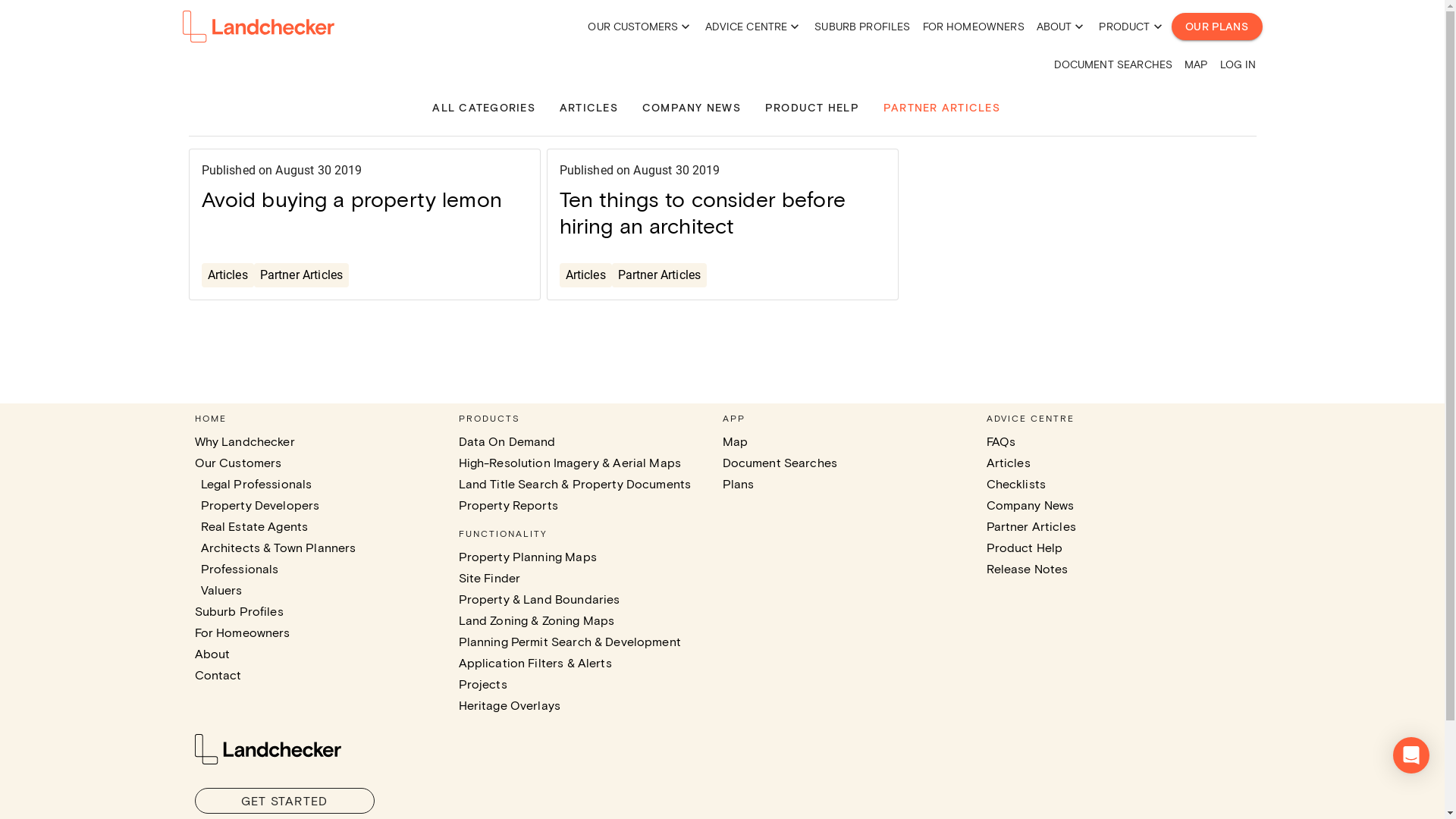 The width and height of the screenshot is (1456, 819). I want to click on 'Avoid buying a property lemon', so click(351, 197).